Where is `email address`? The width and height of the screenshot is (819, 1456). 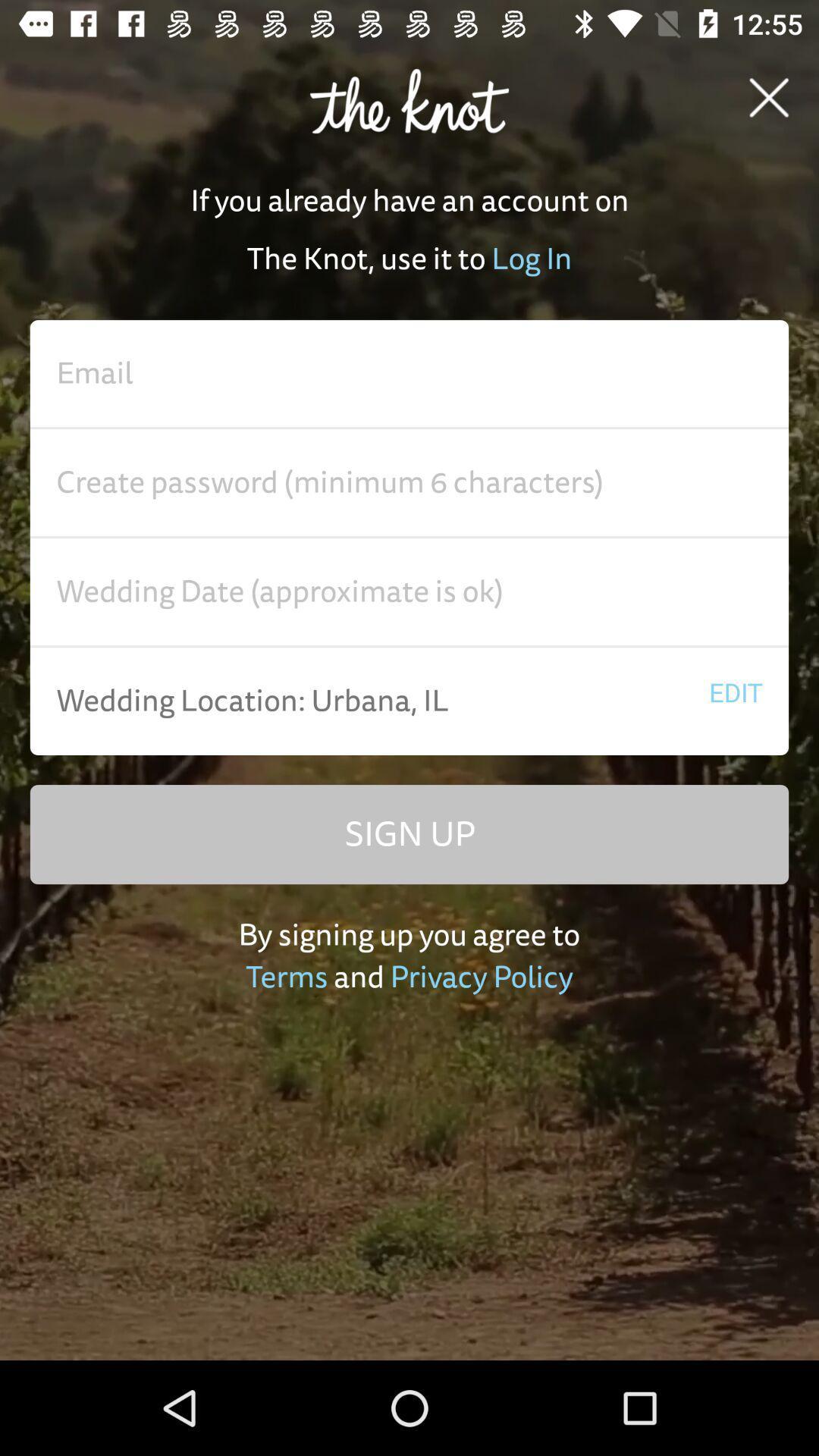 email address is located at coordinates (409, 374).